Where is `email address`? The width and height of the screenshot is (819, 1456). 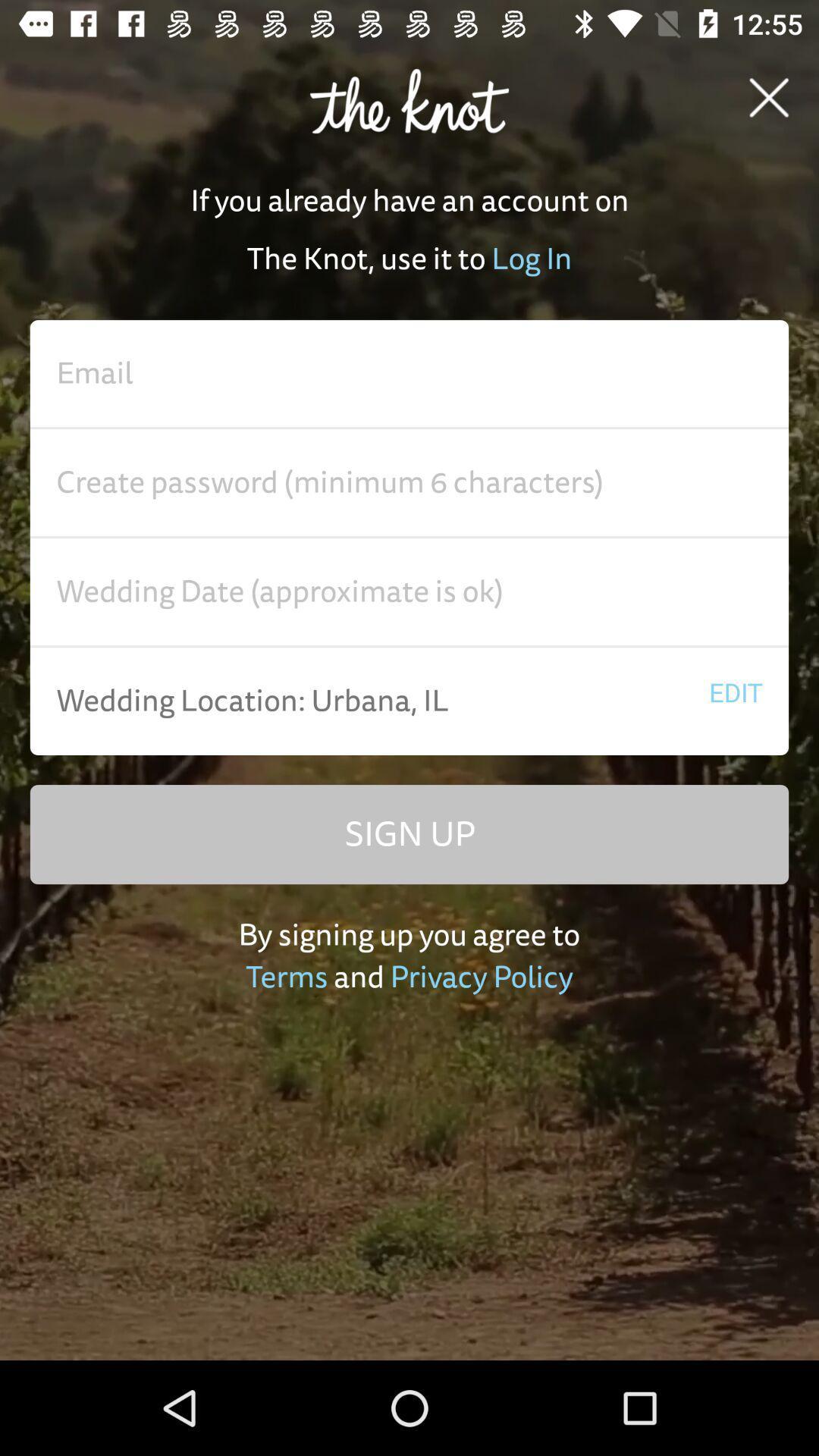 email address is located at coordinates (409, 374).